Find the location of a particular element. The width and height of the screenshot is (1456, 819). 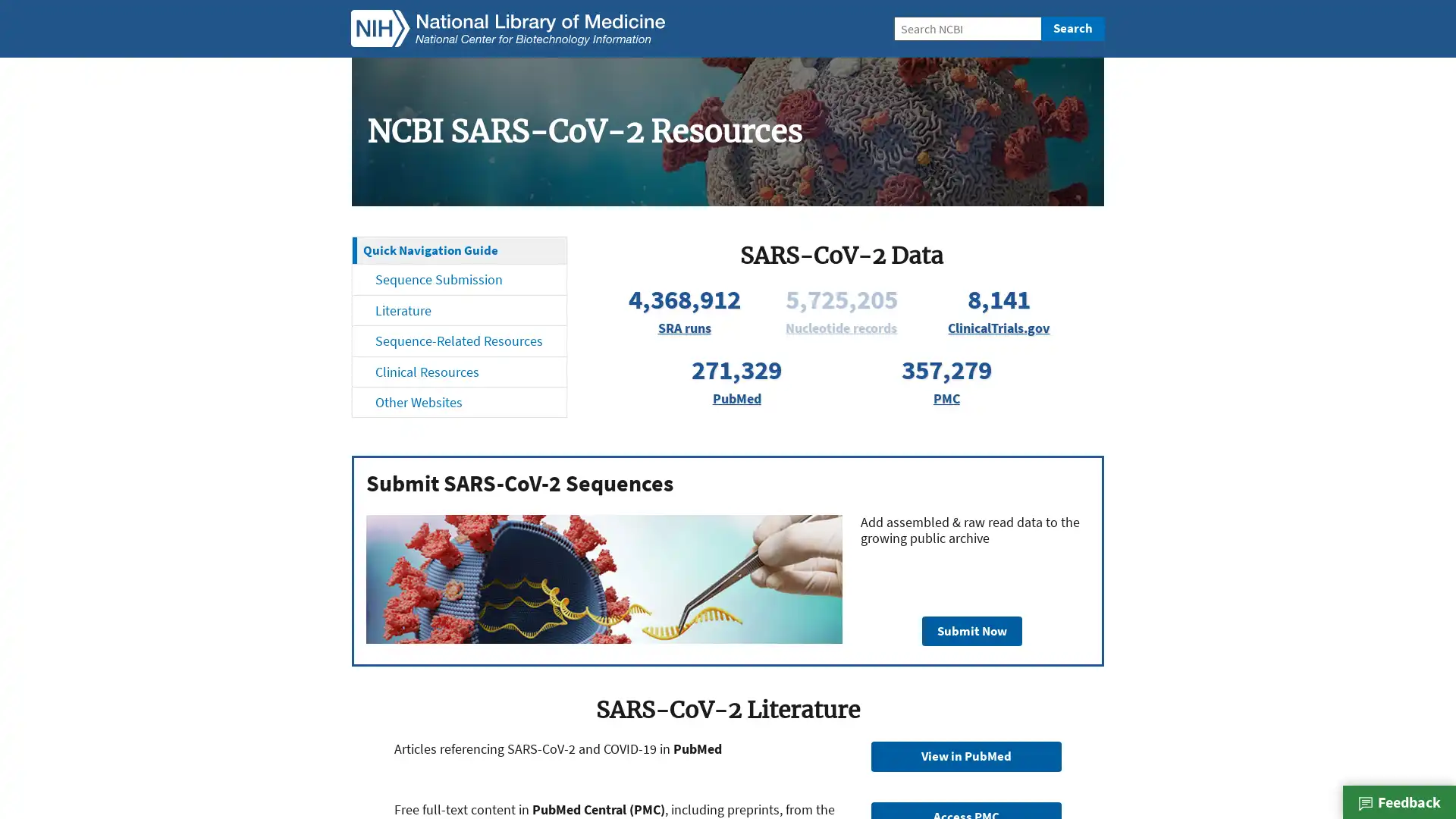

Search is located at coordinates (1072, 29).